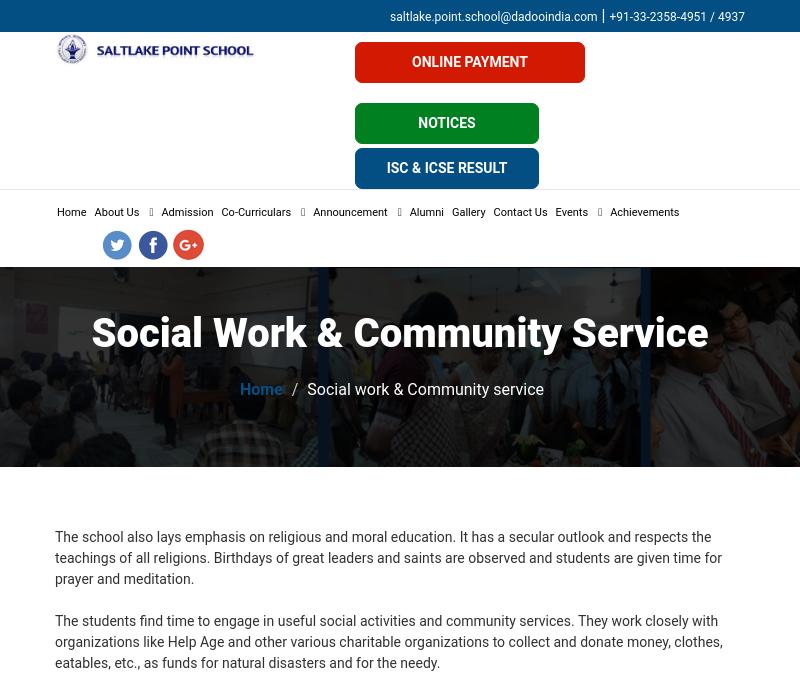 This screenshot has height=690, width=800. What do you see at coordinates (387, 558) in the screenshot?
I see `'The school also lays emphasis on religious and moral education. It has a secular outlook and respects the teachings of all religions. Birthdays of great leaders and saints are observed and students are given time for prayer and meditation.'` at bounding box center [387, 558].